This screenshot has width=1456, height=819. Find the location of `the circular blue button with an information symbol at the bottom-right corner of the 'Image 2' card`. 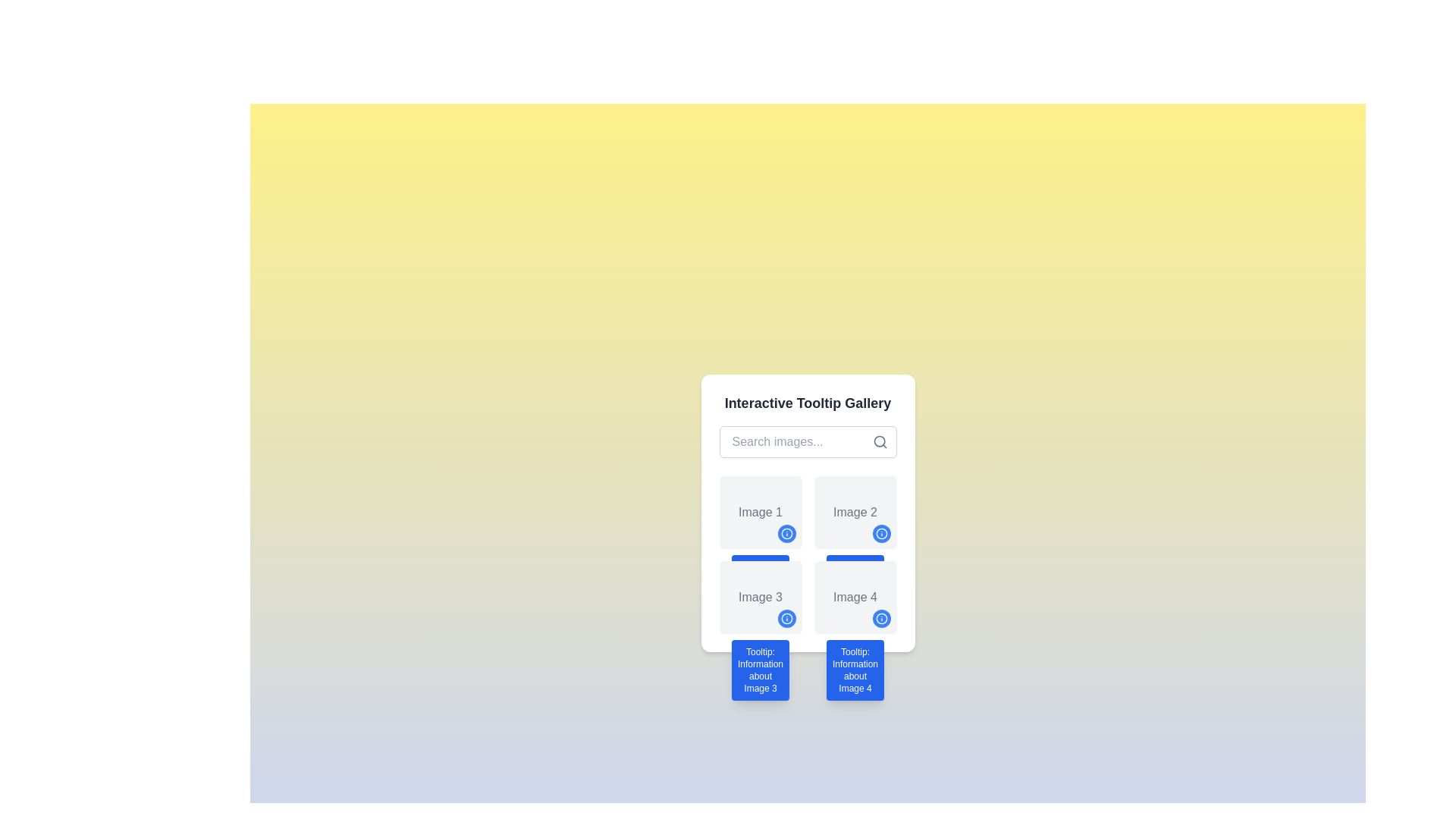

the circular blue button with an information symbol at the bottom-right corner of the 'Image 2' card is located at coordinates (881, 533).